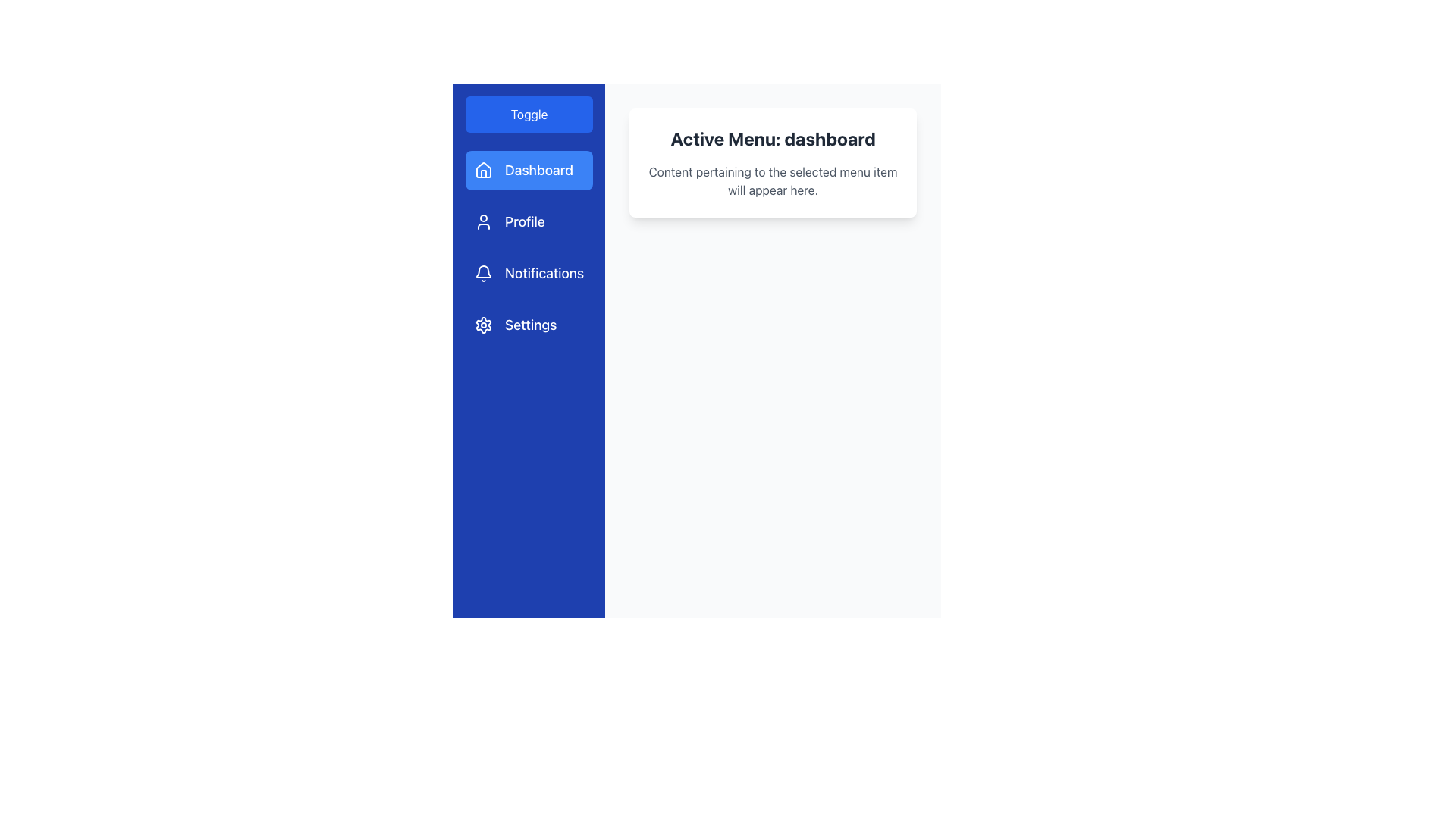 The image size is (1456, 819). What do you see at coordinates (483, 169) in the screenshot?
I see `the small house-shaped icon, which is a decorative element within the blue 'Dashboard' button, by hovering over it` at bounding box center [483, 169].